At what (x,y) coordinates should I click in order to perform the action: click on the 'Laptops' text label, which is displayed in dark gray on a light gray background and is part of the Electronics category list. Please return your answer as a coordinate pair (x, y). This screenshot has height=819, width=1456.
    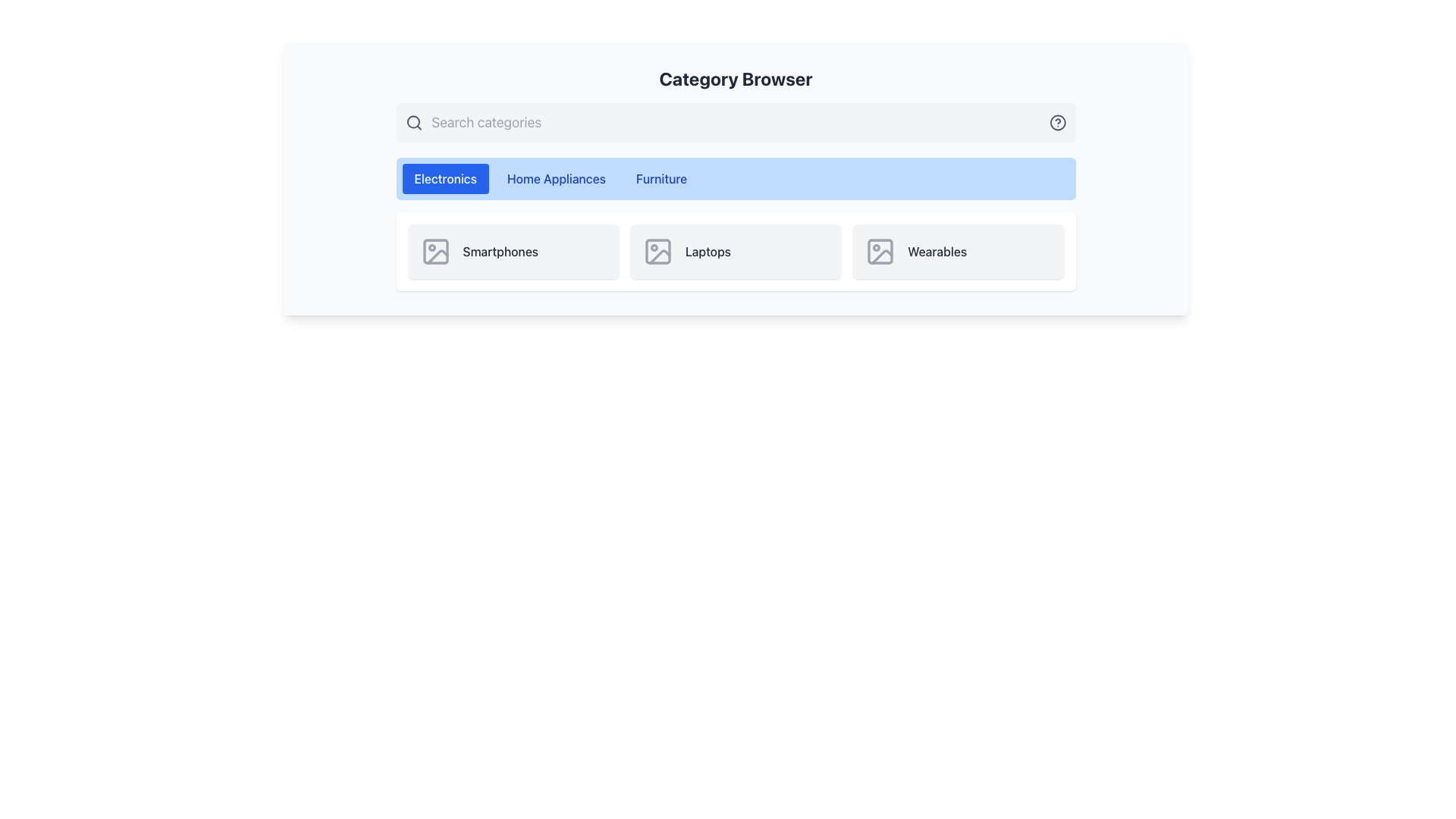
    Looking at the image, I should click on (707, 250).